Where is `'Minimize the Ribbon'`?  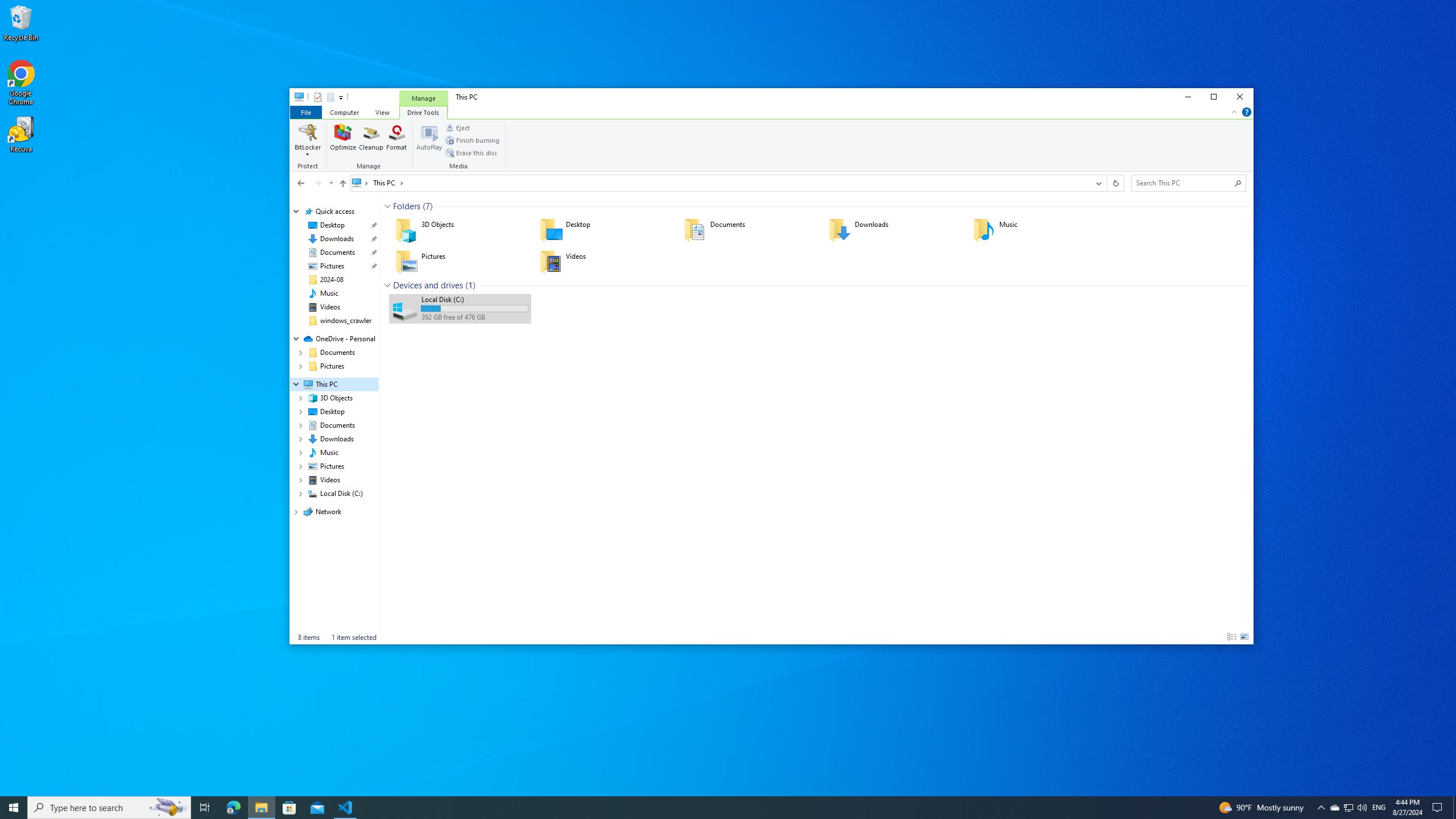 'Minimize the Ribbon' is located at coordinates (1233, 111).